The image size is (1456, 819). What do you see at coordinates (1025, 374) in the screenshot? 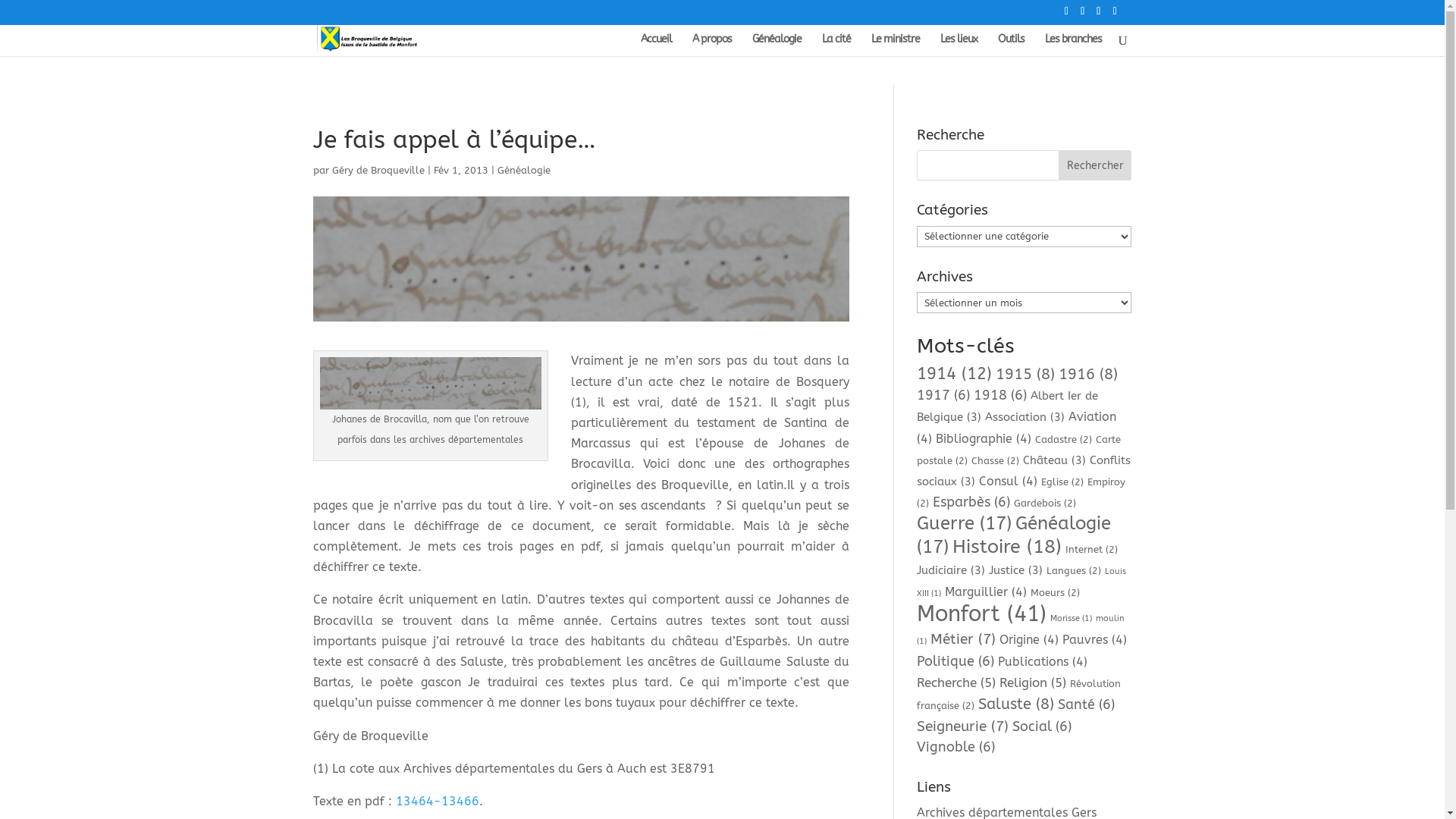
I see `'1915 (8)'` at bounding box center [1025, 374].